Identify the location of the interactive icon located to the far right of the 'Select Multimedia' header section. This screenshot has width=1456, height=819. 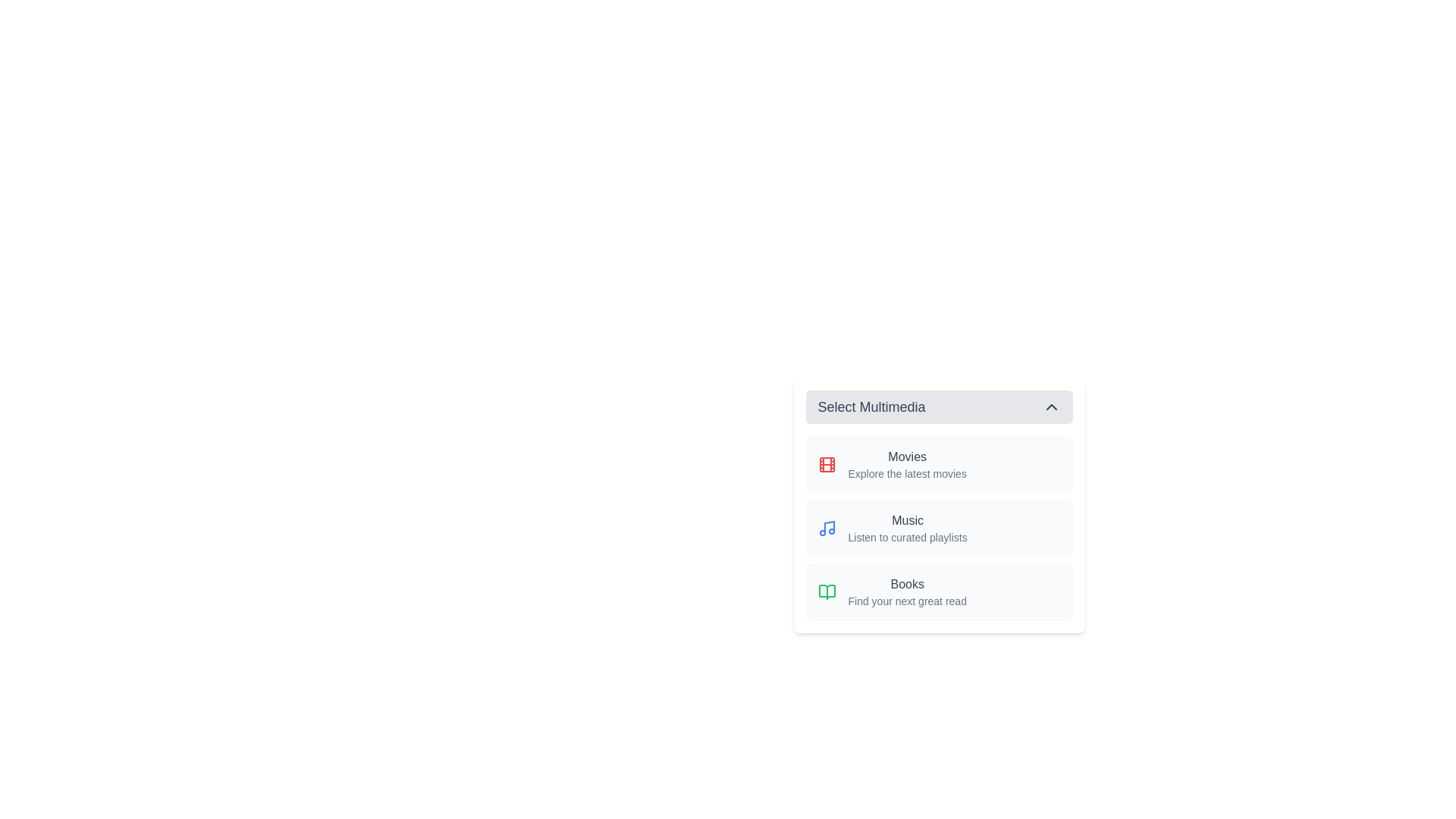
(1050, 406).